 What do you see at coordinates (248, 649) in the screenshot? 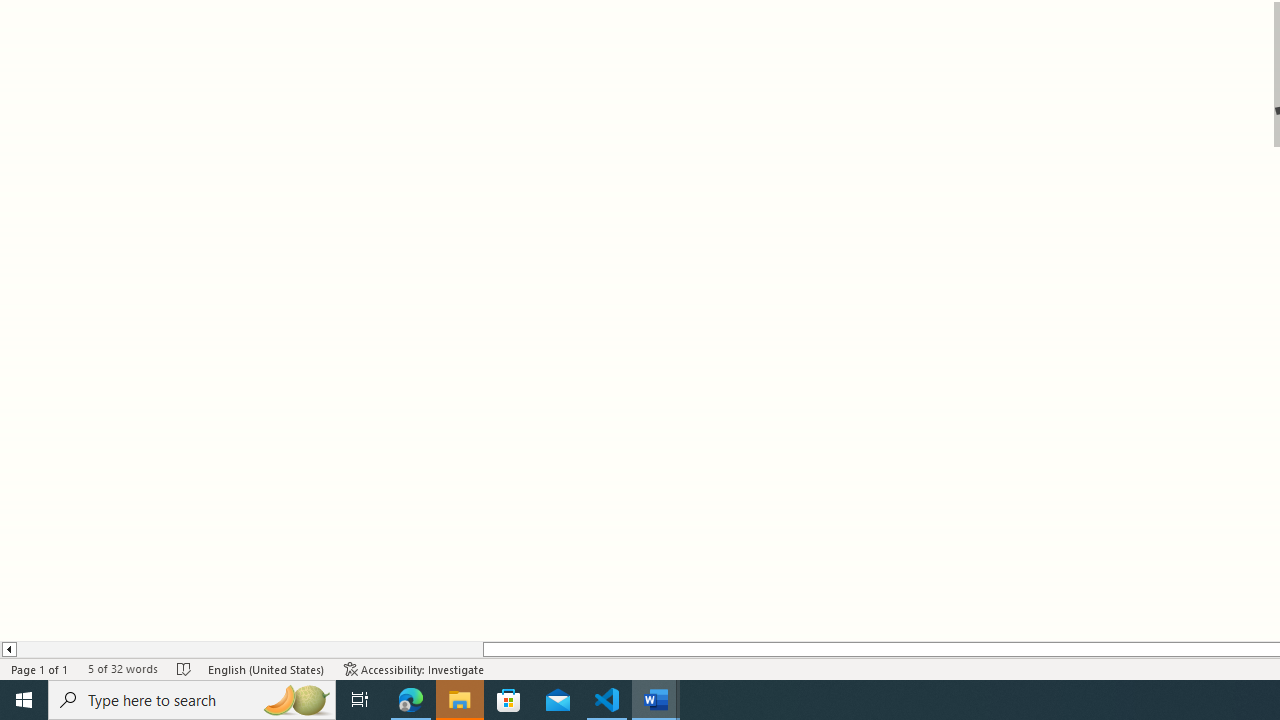
I see `'Page left'` at bounding box center [248, 649].